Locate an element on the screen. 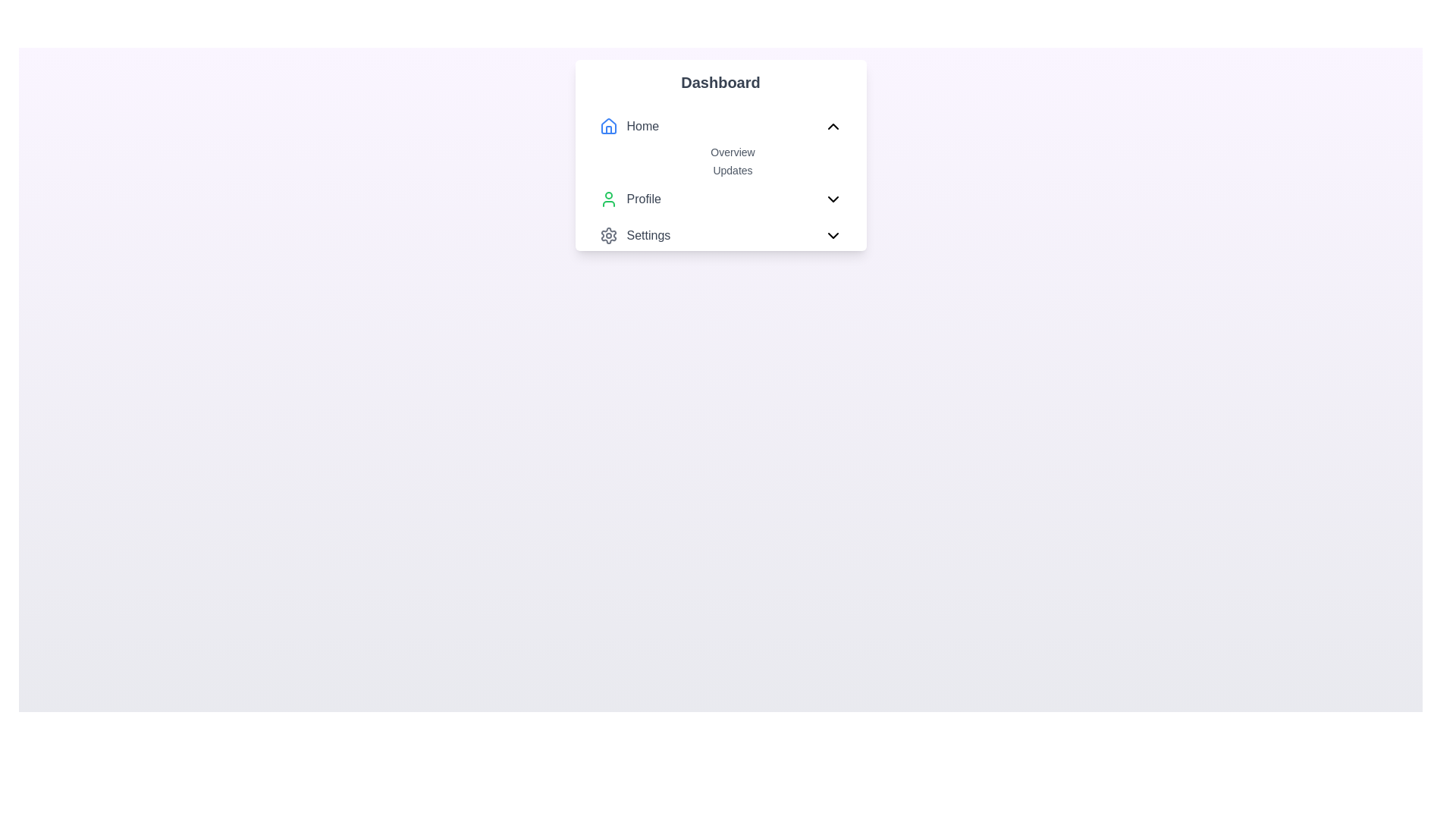  the icon located on the far right of the 'Profile' menu item is located at coordinates (832, 198).